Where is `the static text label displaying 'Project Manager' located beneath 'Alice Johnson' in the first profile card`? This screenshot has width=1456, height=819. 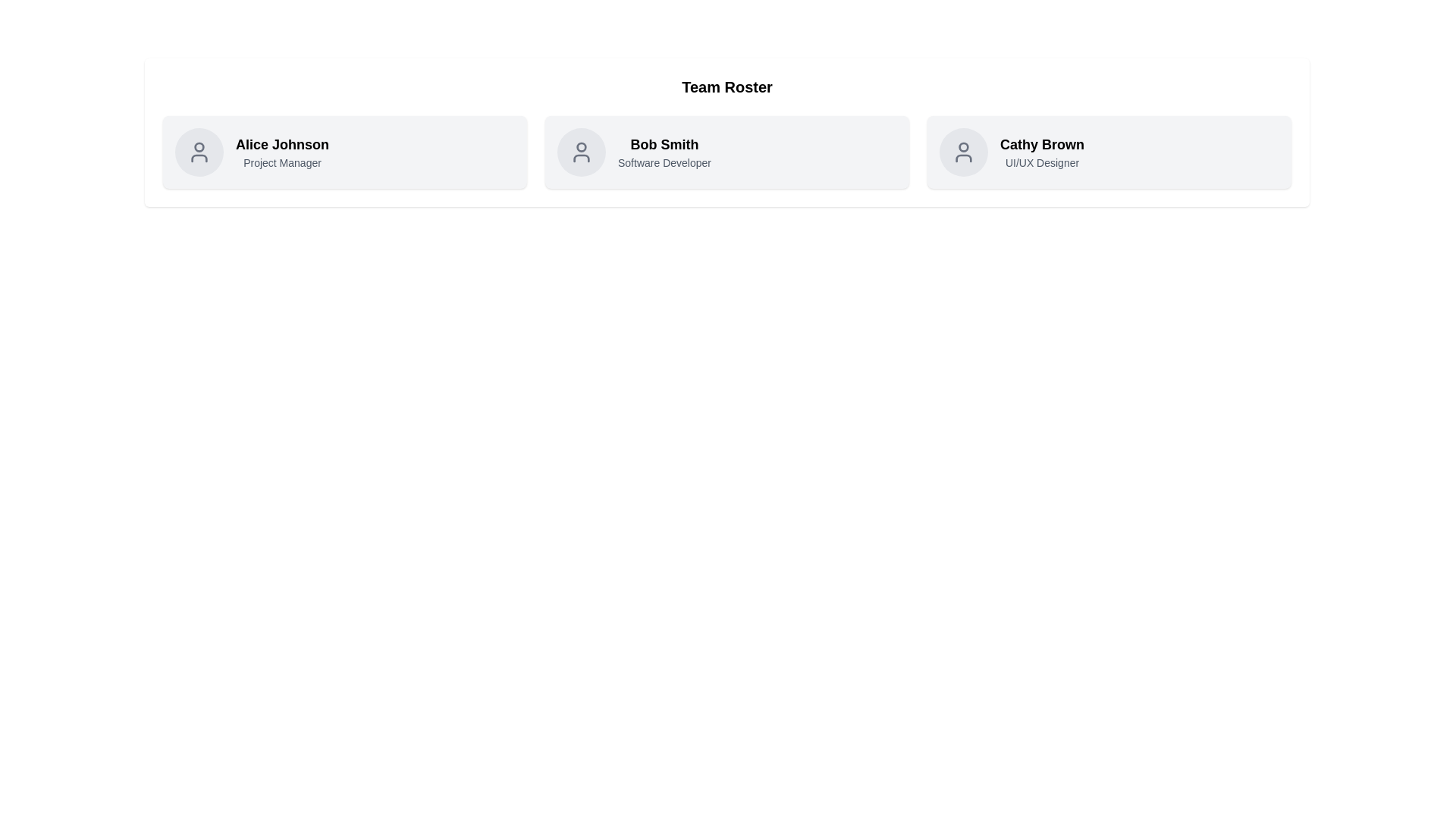
the static text label displaying 'Project Manager' located beneath 'Alice Johnson' in the first profile card is located at coordinates (282, 163).